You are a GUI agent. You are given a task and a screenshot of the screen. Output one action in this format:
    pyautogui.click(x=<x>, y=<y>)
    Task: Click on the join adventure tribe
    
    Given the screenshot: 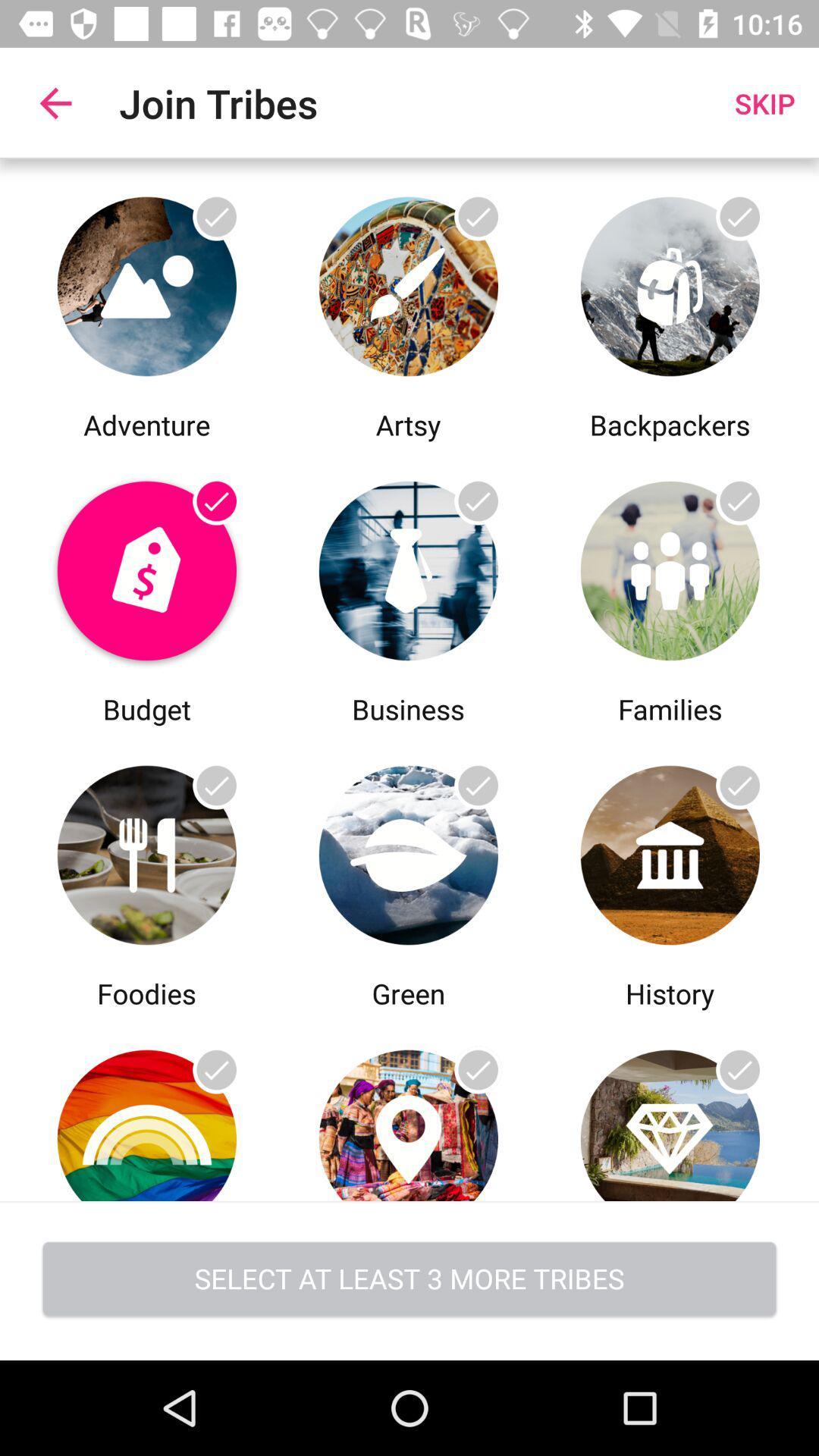 What is the action you would take?
    pyautogui.click(x=146, y=282)
    